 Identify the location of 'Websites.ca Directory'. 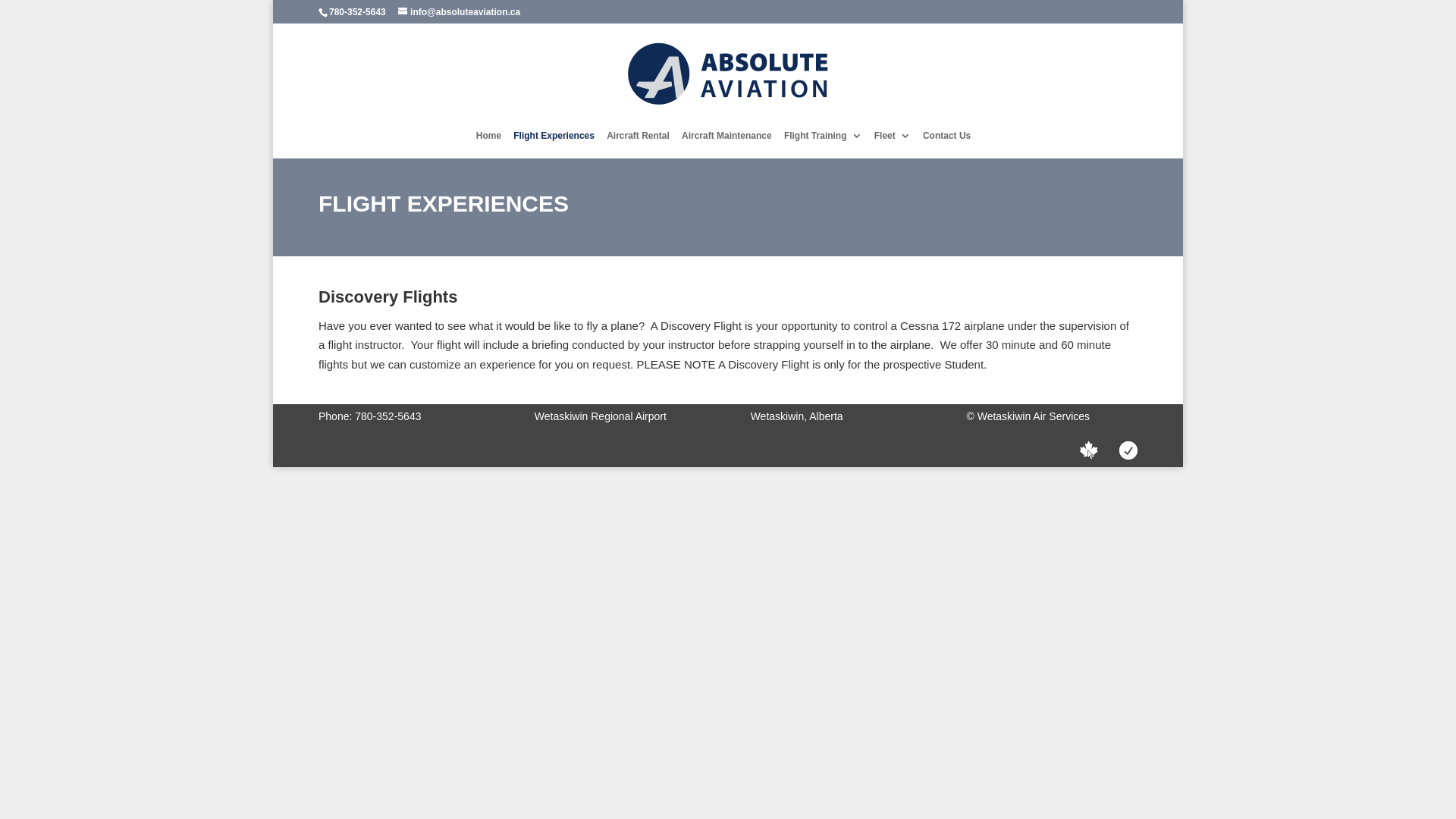
(1087, 450).